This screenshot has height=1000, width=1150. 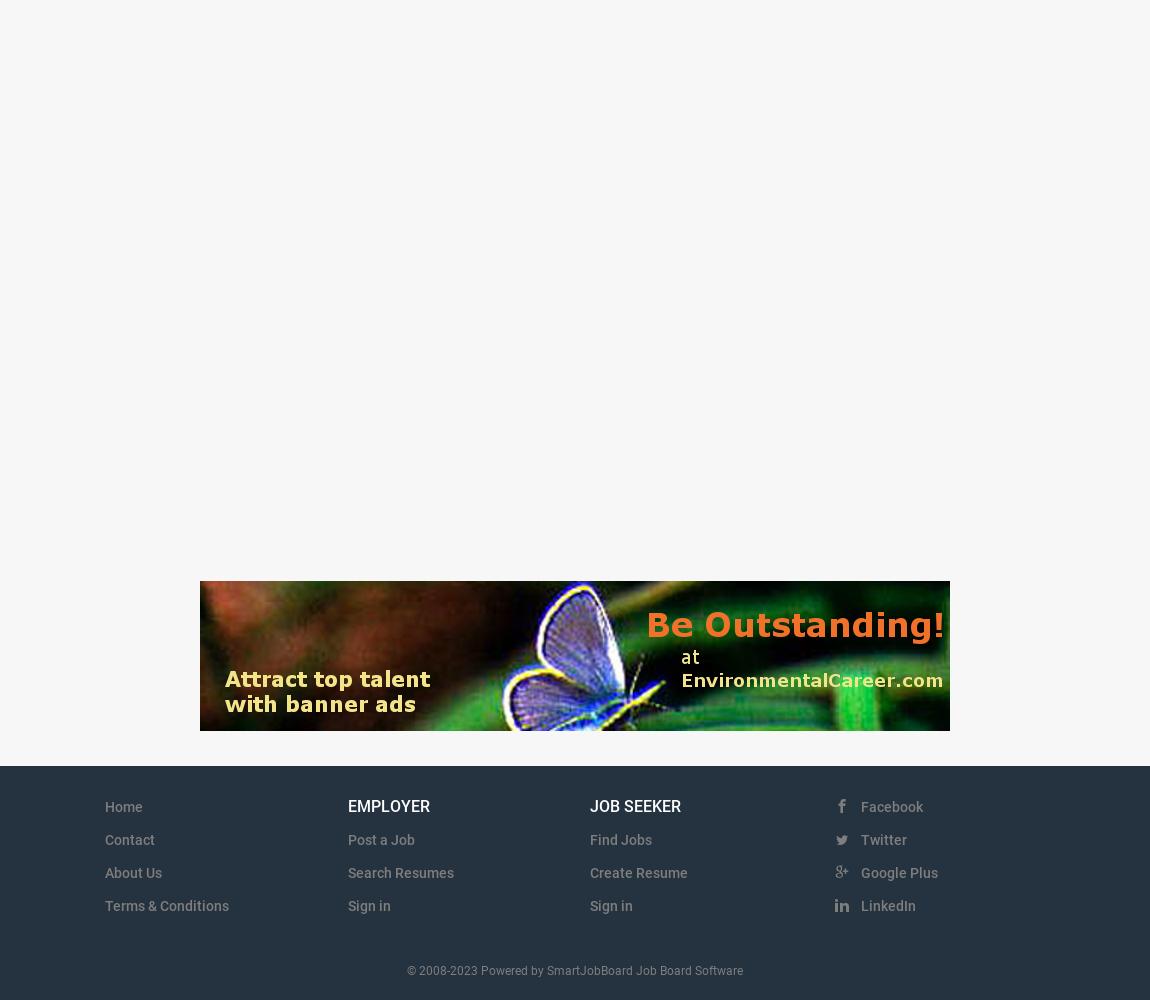 I want to click on 'Employer', so click(x=388, y=806).